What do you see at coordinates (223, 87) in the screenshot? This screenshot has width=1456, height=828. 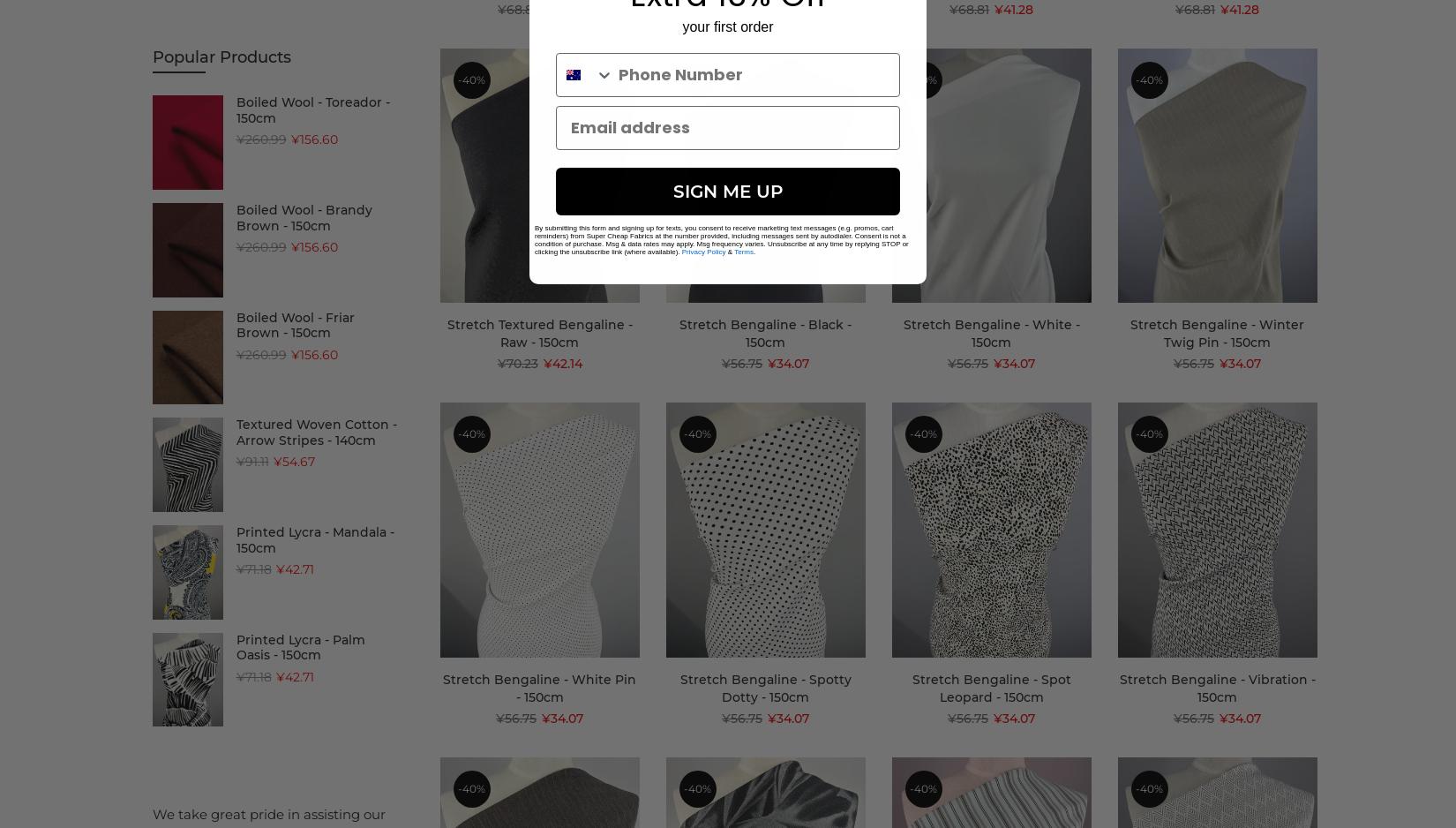 I see `'(3)'` at bounding box center [223, 87].